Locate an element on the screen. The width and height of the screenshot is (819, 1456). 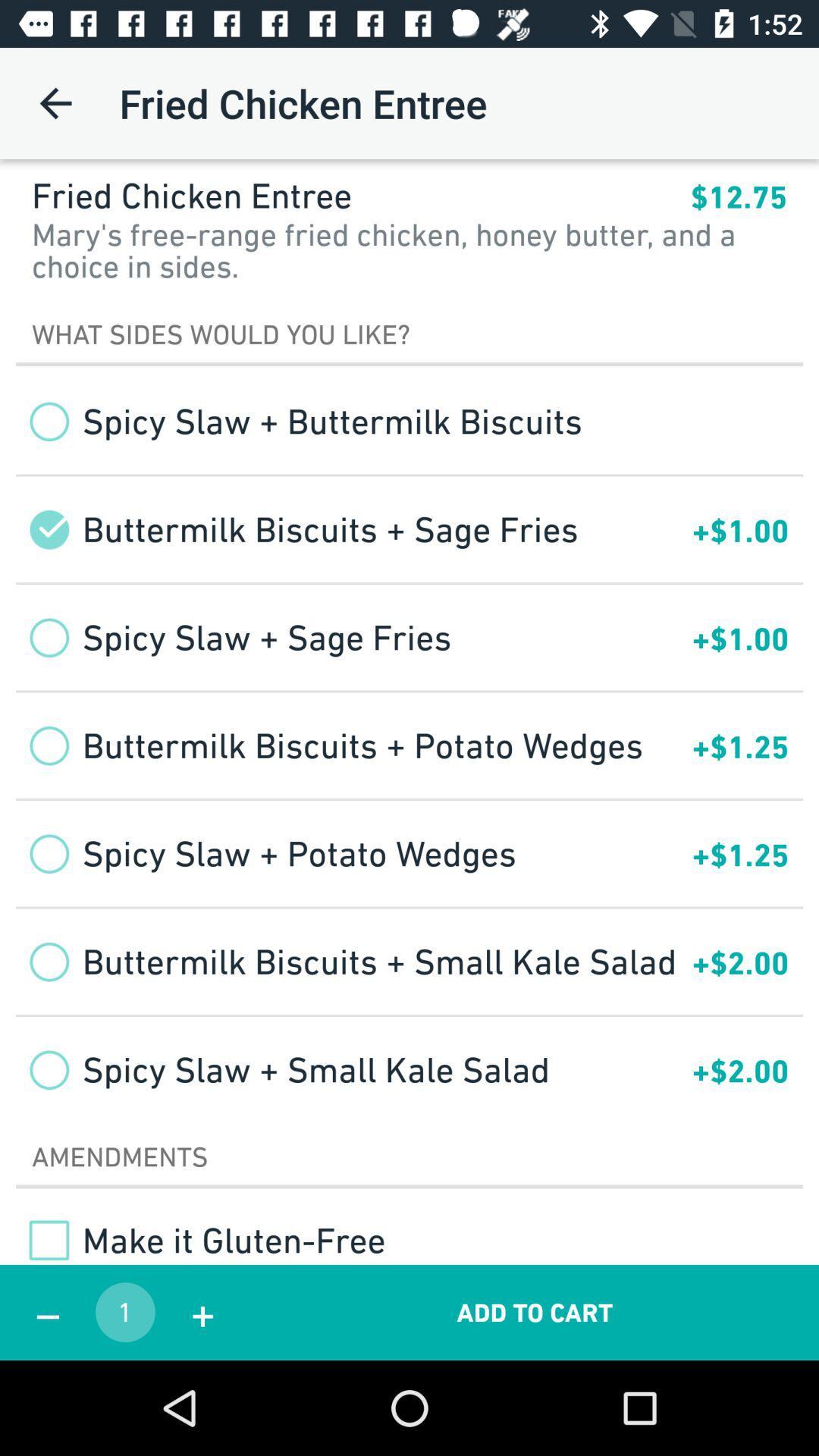
icon above fried chicken entree item is located at coordinates (55, 102).